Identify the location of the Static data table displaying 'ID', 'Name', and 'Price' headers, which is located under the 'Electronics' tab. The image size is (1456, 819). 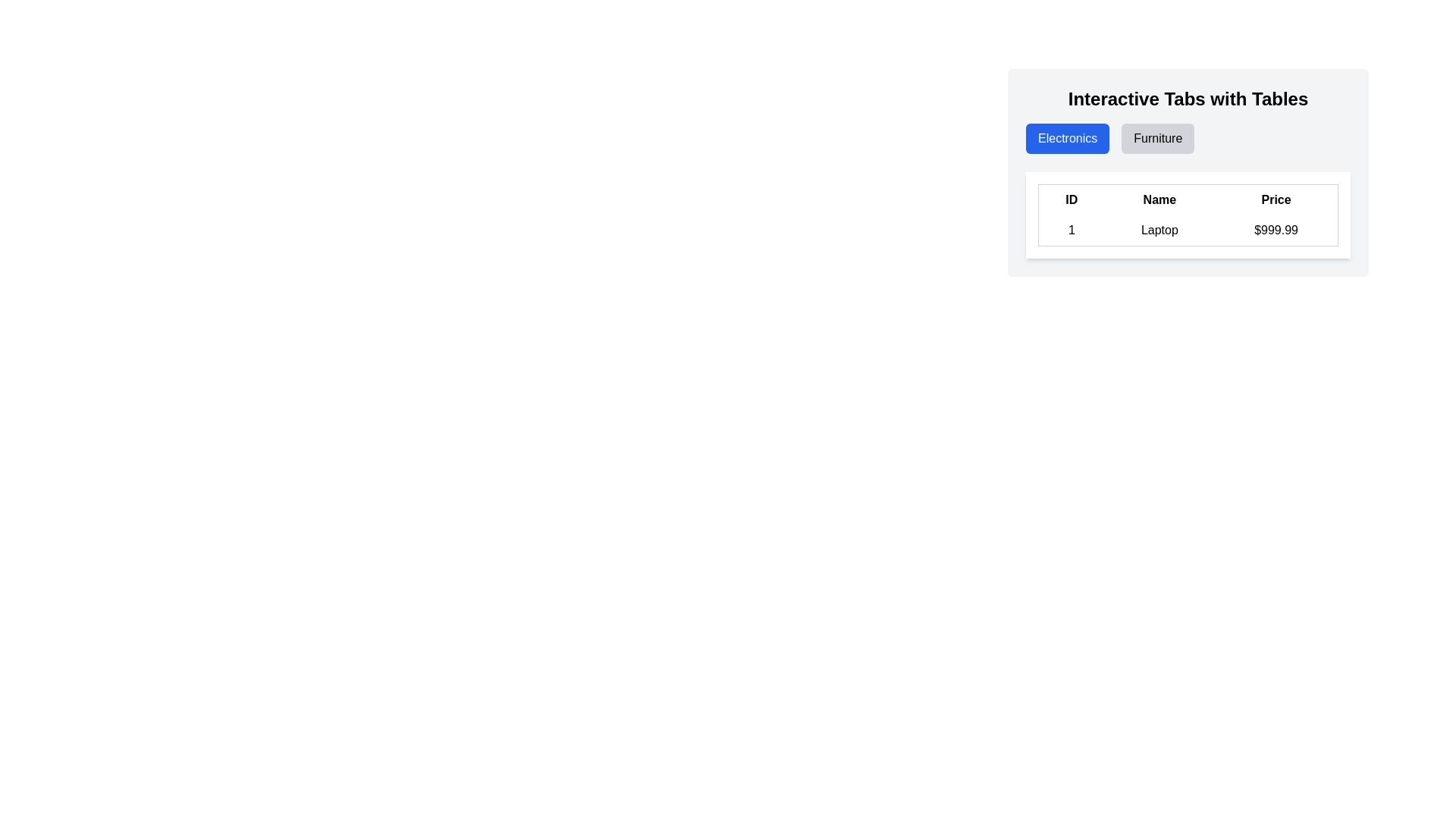
(1187, 215).